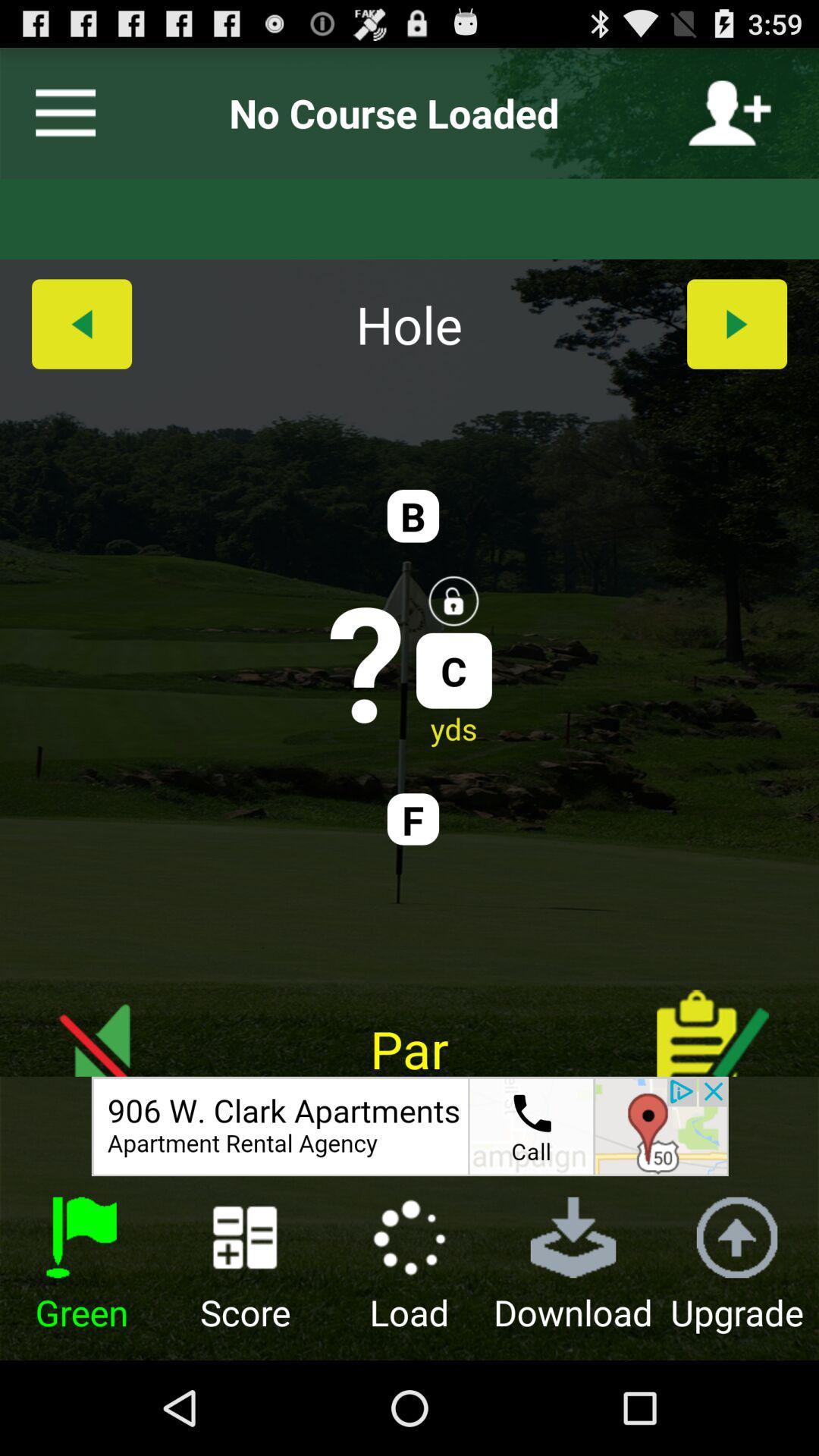 This screenshot has height=1456, width=819. Describe the element at coordinates (729, 112) in the screenshot. I see `person` at that location.